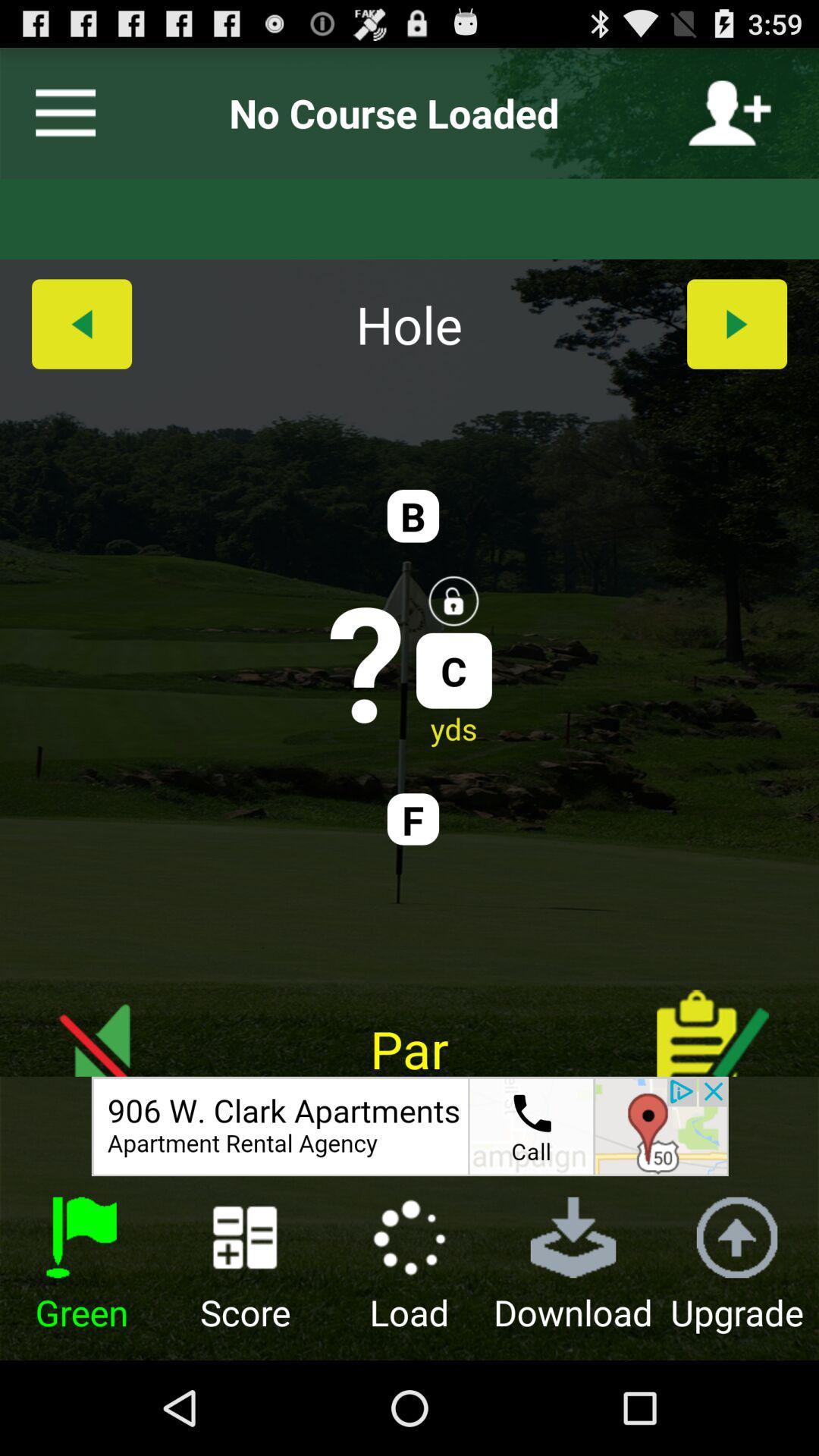 This screenshot has height=1456, width=819. Describe the element at coordinates (729, 112) in the screenshot. I see `person` at that location.